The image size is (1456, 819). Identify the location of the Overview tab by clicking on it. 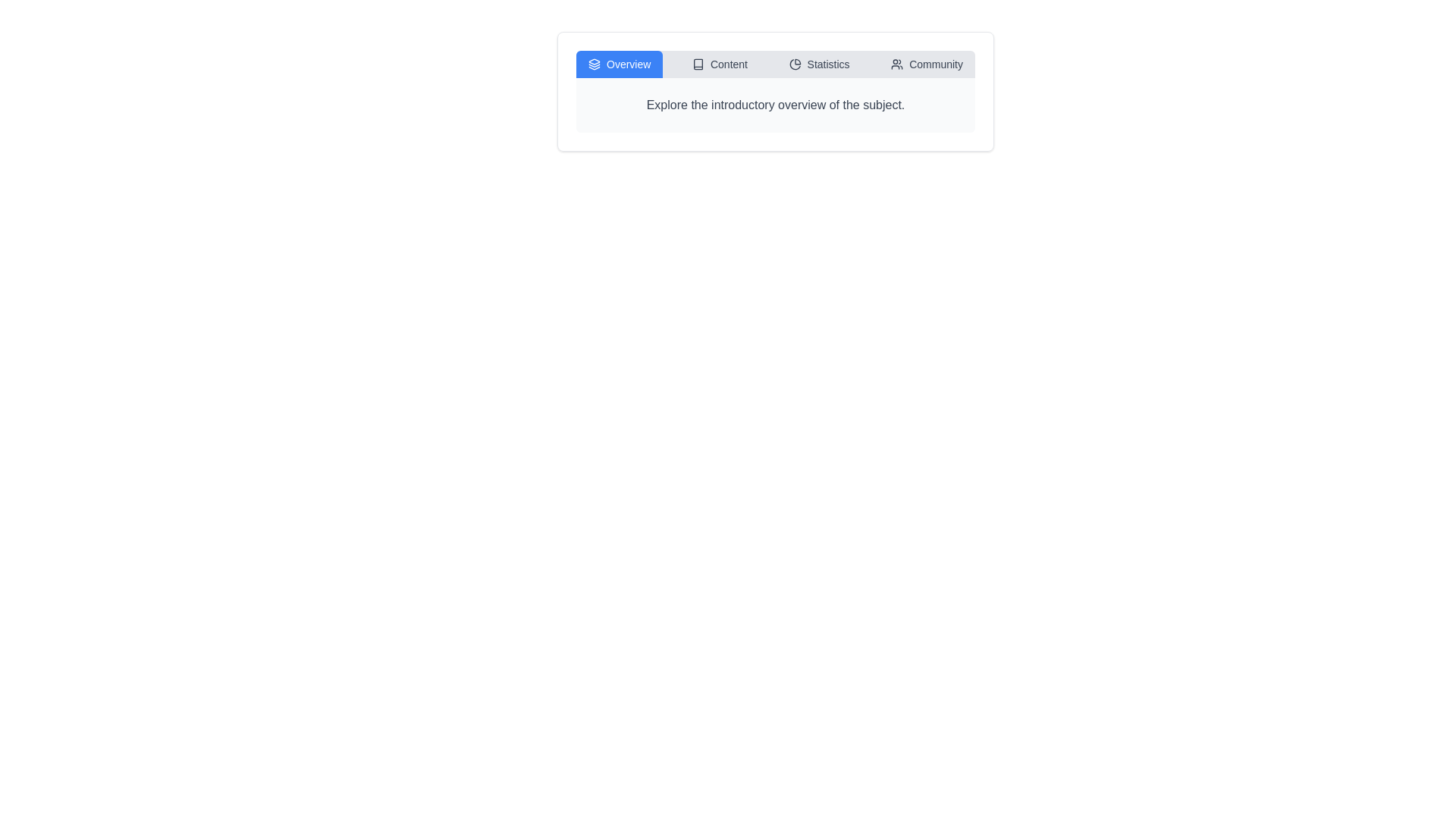
(619, 63).